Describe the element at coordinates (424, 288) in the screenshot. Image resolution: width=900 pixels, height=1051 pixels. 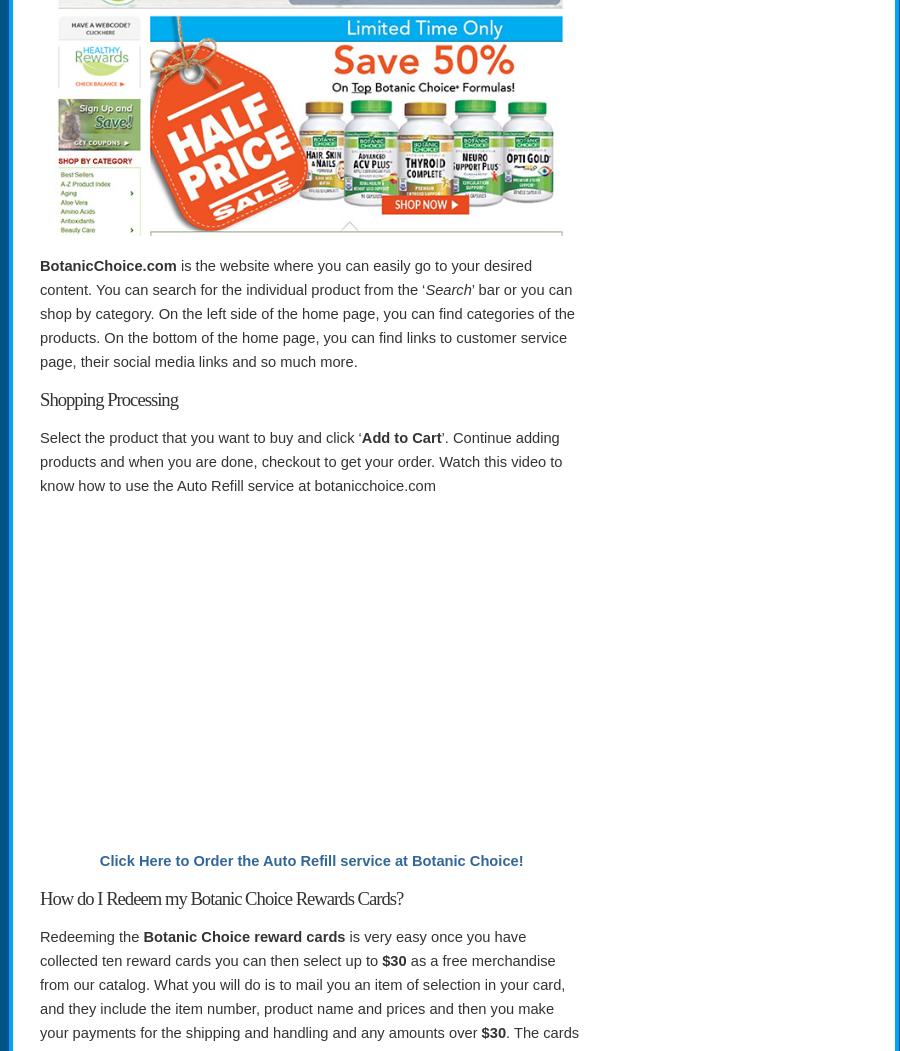
I see `'Search'` at that location.